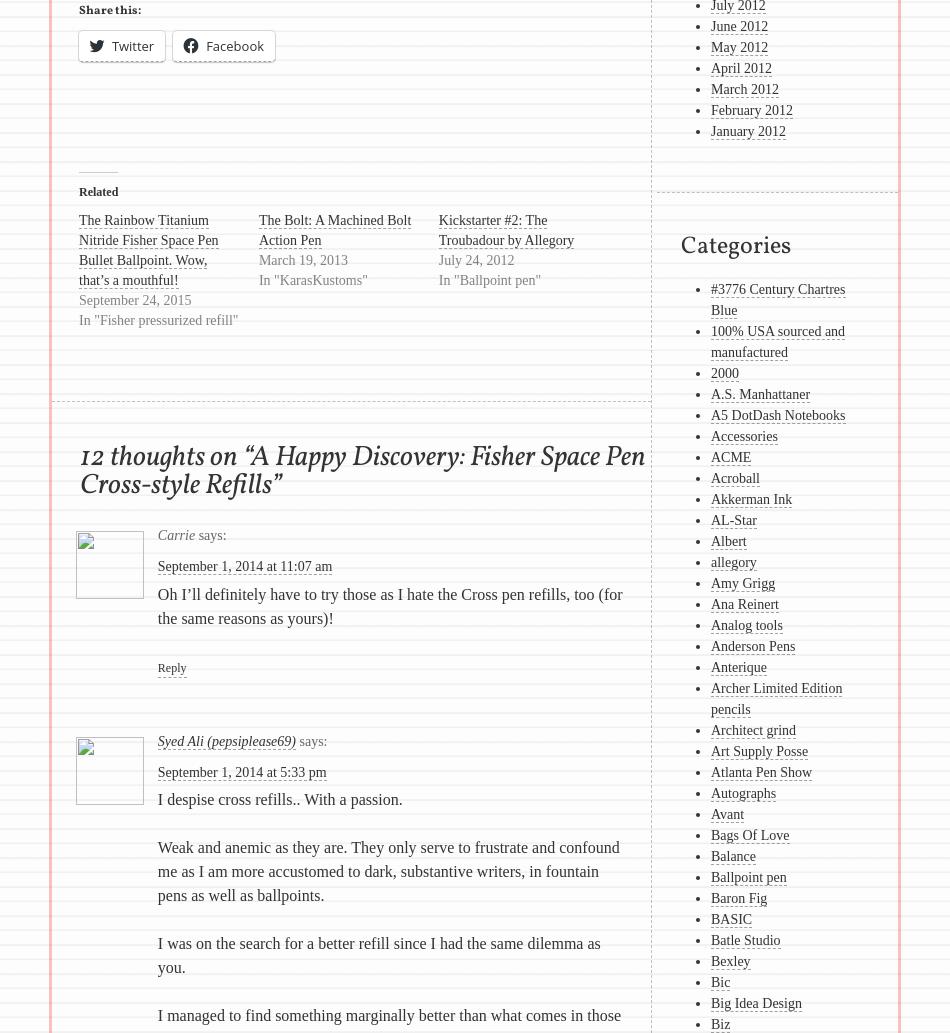 This screenshot has height=1033, width=950. I want to click on 'Archer Limited Edition pencils', so click(774, 699).